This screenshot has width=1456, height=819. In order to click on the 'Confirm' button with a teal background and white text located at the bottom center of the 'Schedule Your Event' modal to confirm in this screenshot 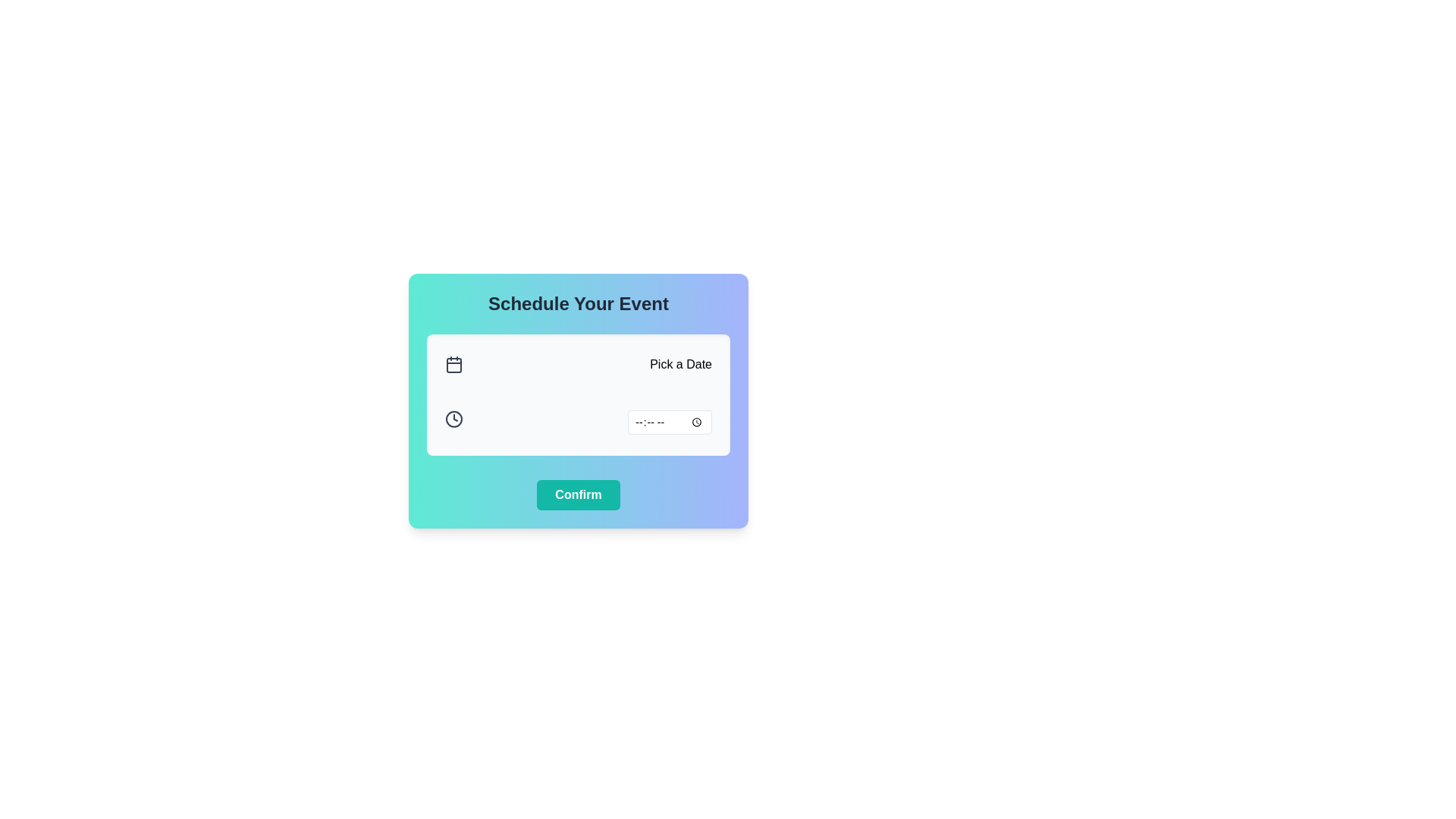, I will do `click(578, 494)`.